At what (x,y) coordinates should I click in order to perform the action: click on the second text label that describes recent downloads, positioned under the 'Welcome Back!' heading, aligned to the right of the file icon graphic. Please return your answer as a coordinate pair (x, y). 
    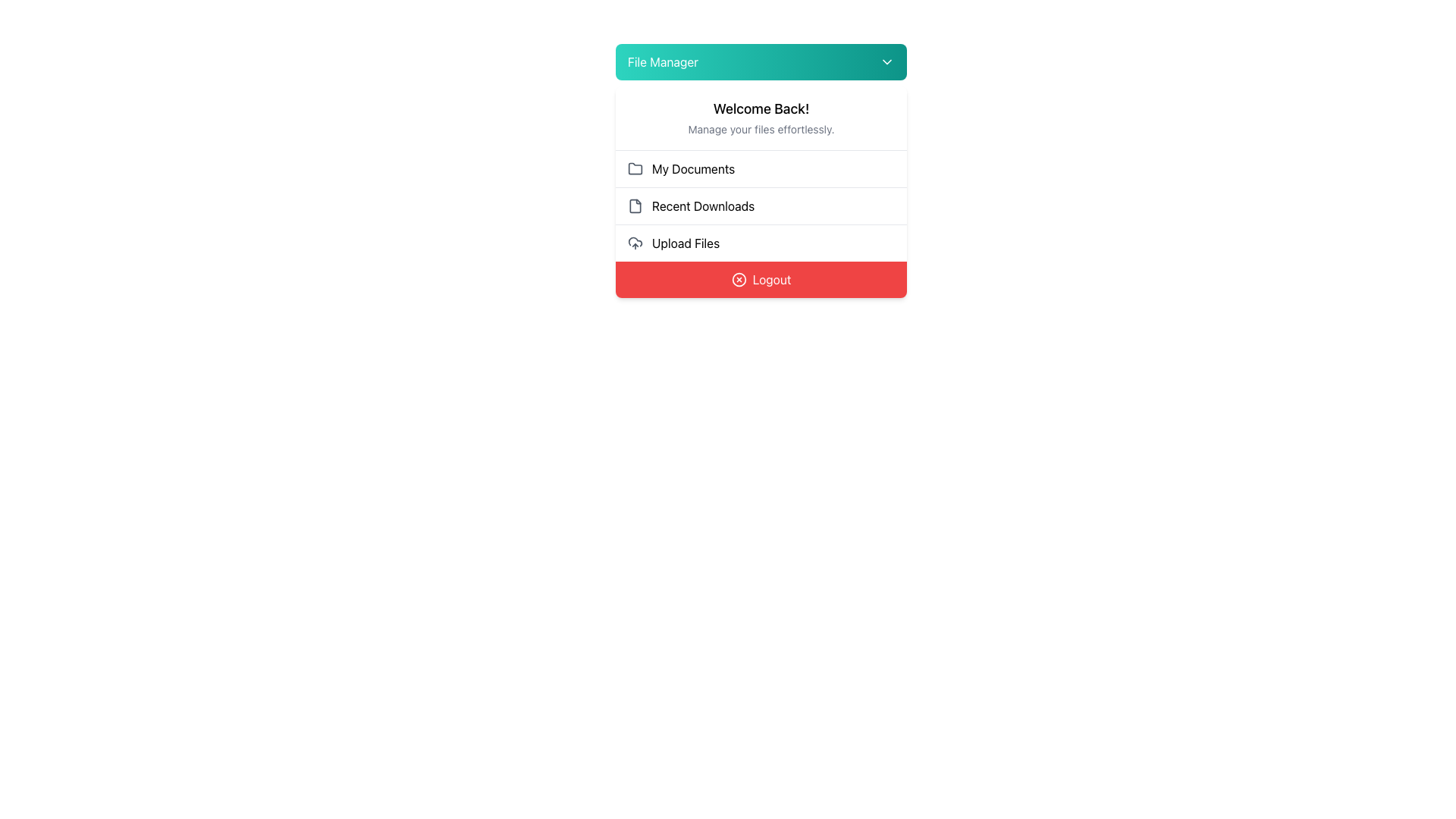
    Looking at the image, I should click on (702, 206).